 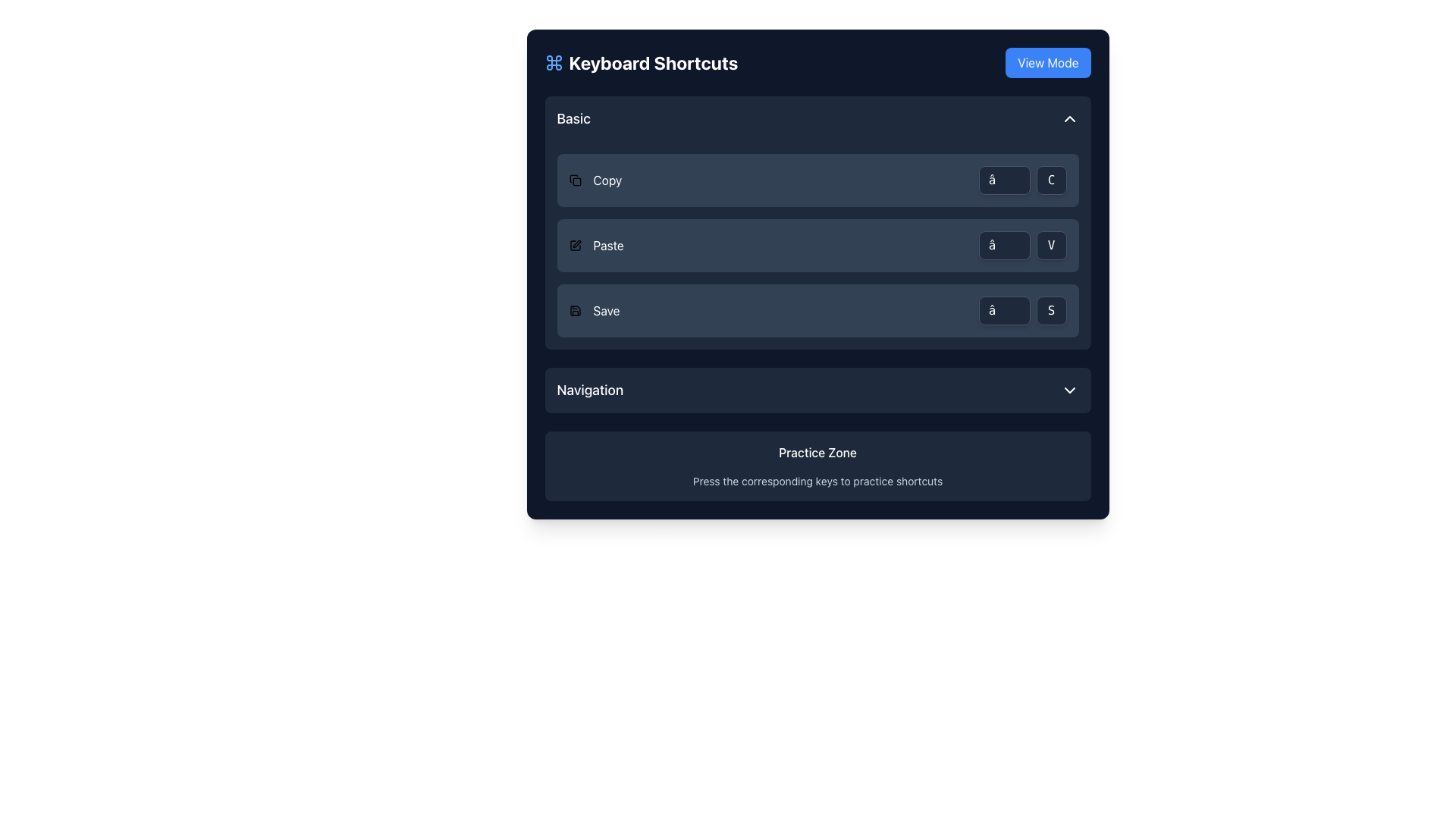 What do you see at coordinates (607, 309) in the screenshot?
I see `the text label that indicates the save action in the 'Keyboard Shortcuts' interface, located to the right of the save icon and aligned with other action entries like 'Copy' and 'Paste'` at bounding box center [607, 309].